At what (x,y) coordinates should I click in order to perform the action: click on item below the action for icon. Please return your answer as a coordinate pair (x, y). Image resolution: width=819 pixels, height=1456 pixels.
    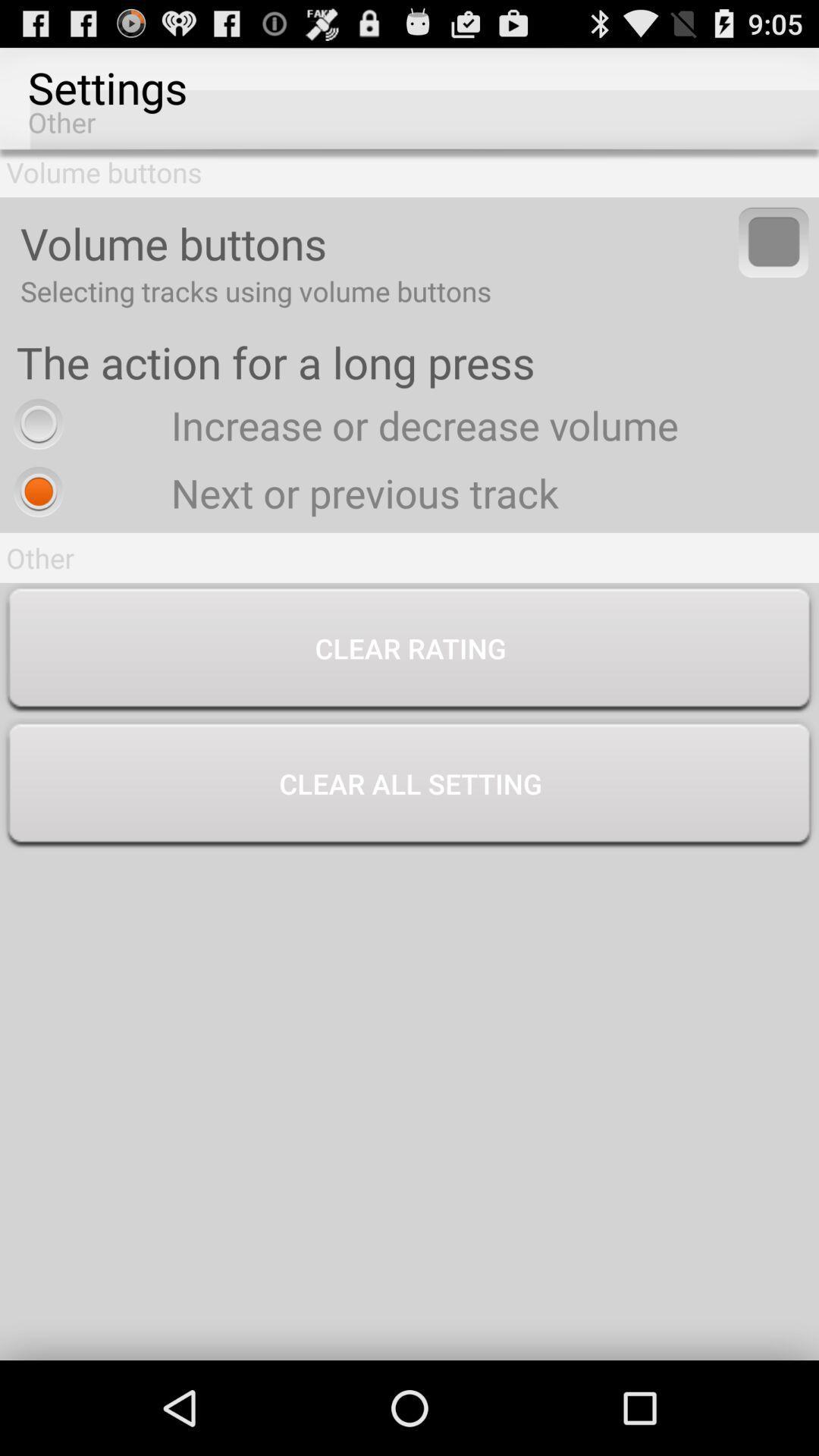
    Looking at the image, I should click on (342, 425).